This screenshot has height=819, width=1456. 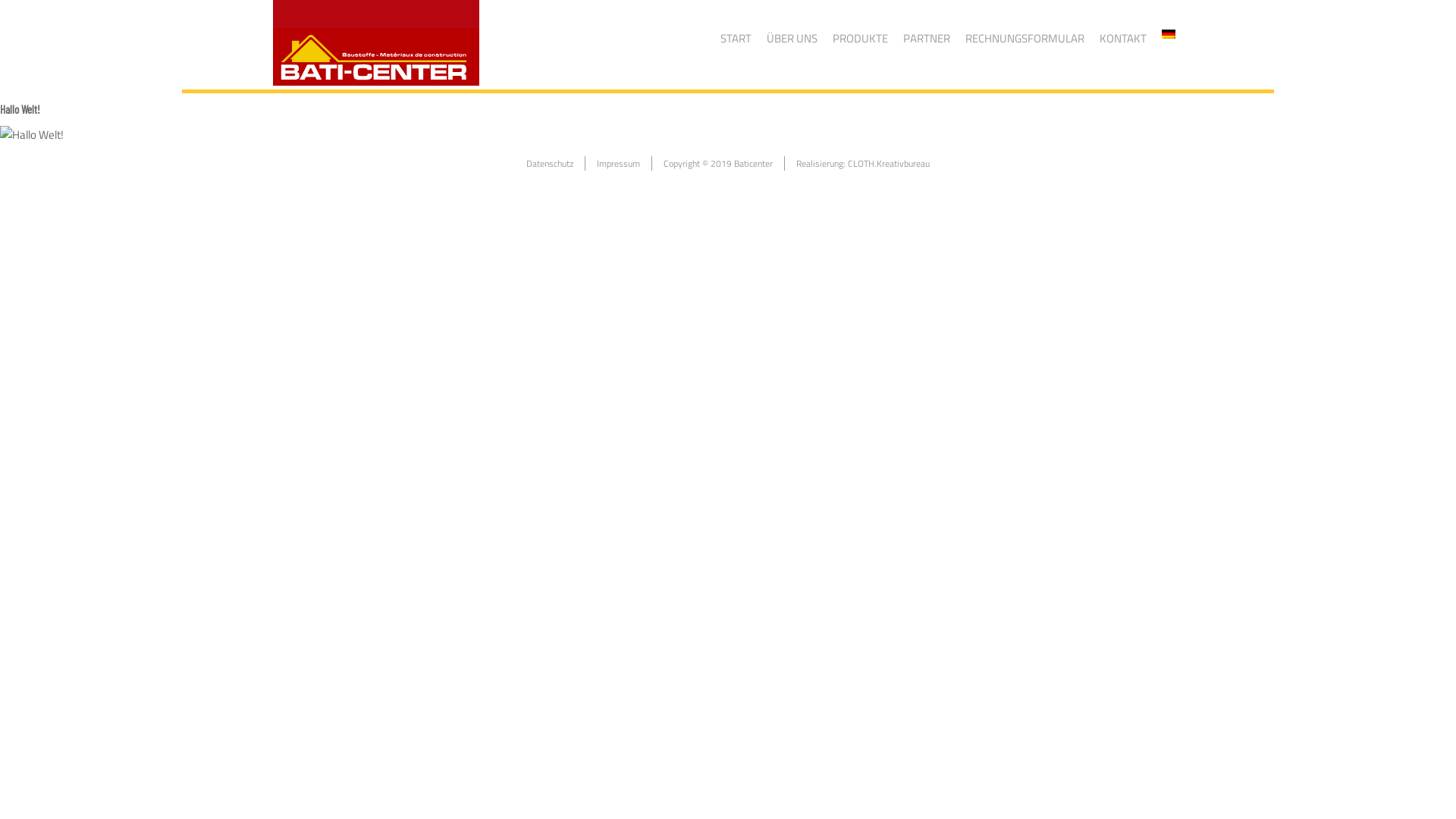 What do you see at coordinates (618, 163) in the screenshot?
I see `'Impressum'` at bounding box center [618, 163].